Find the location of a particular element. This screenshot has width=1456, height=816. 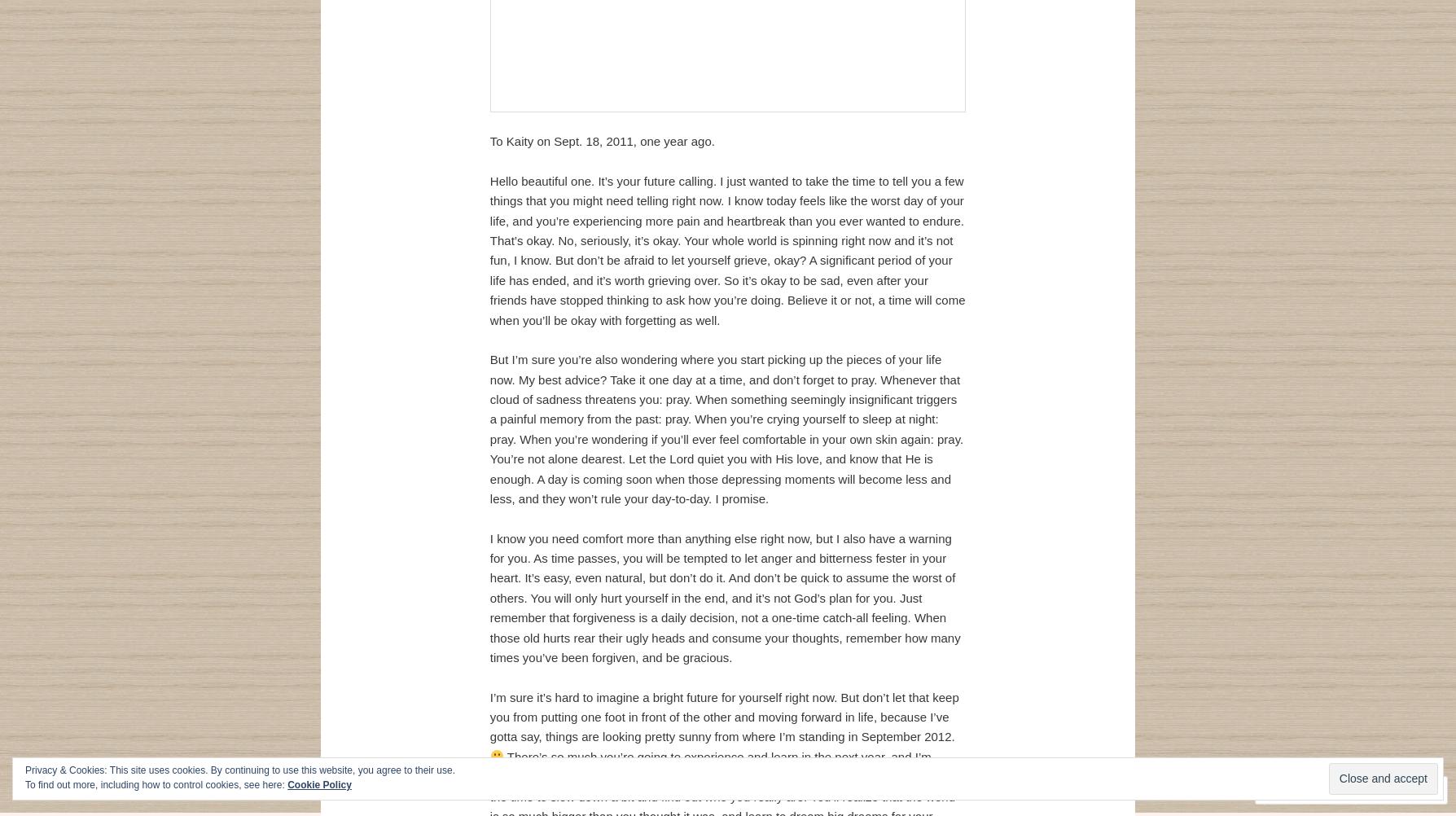

'To find out more, including how to control cookies, see here:' is located at coordinates (156, 784).